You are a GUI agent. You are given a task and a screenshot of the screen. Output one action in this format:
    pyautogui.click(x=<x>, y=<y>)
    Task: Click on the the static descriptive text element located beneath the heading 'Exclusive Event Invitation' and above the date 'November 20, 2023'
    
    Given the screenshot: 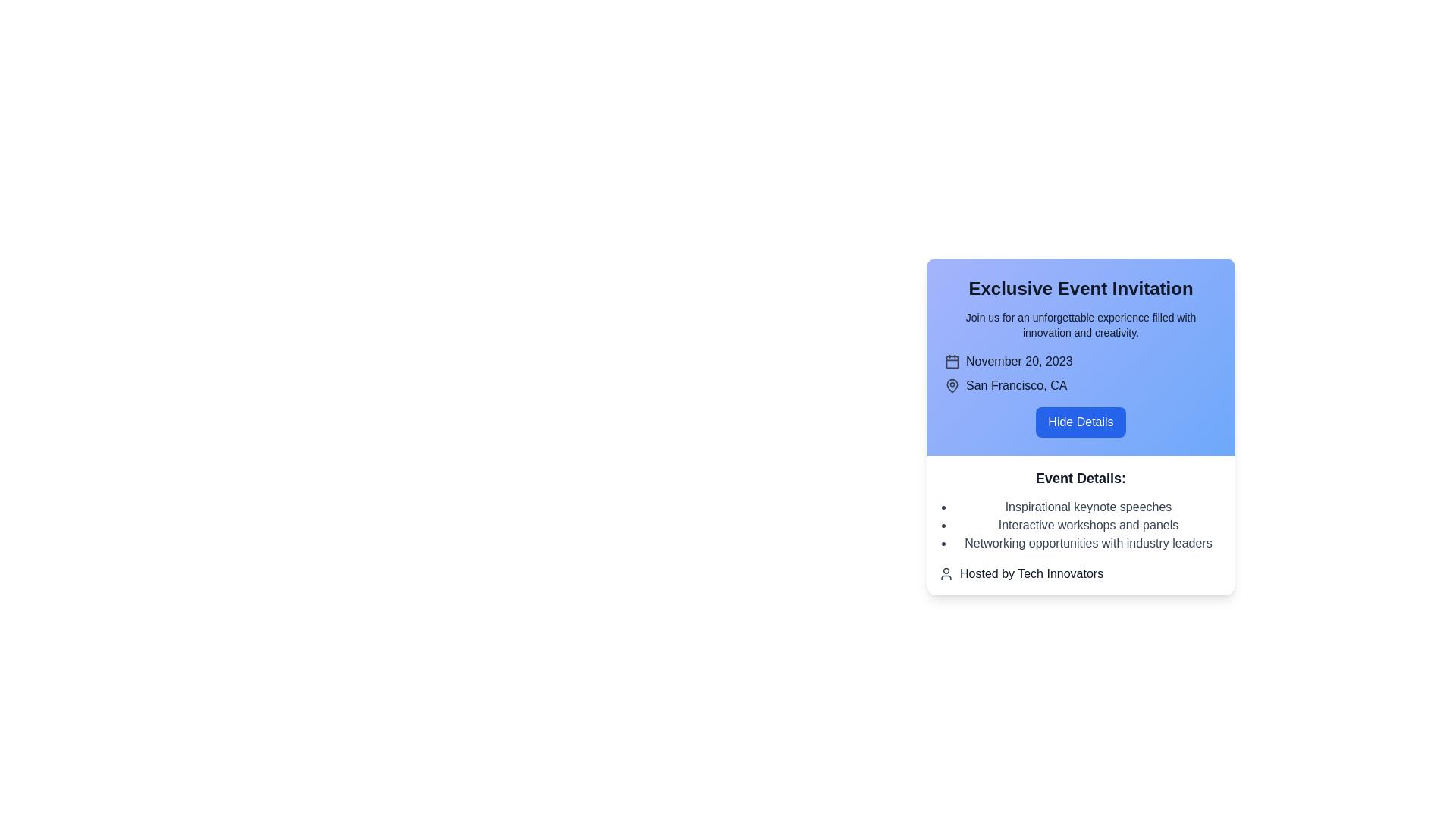 What is the action you would take?
    pyautogui.click(x=1080, y=324)
    